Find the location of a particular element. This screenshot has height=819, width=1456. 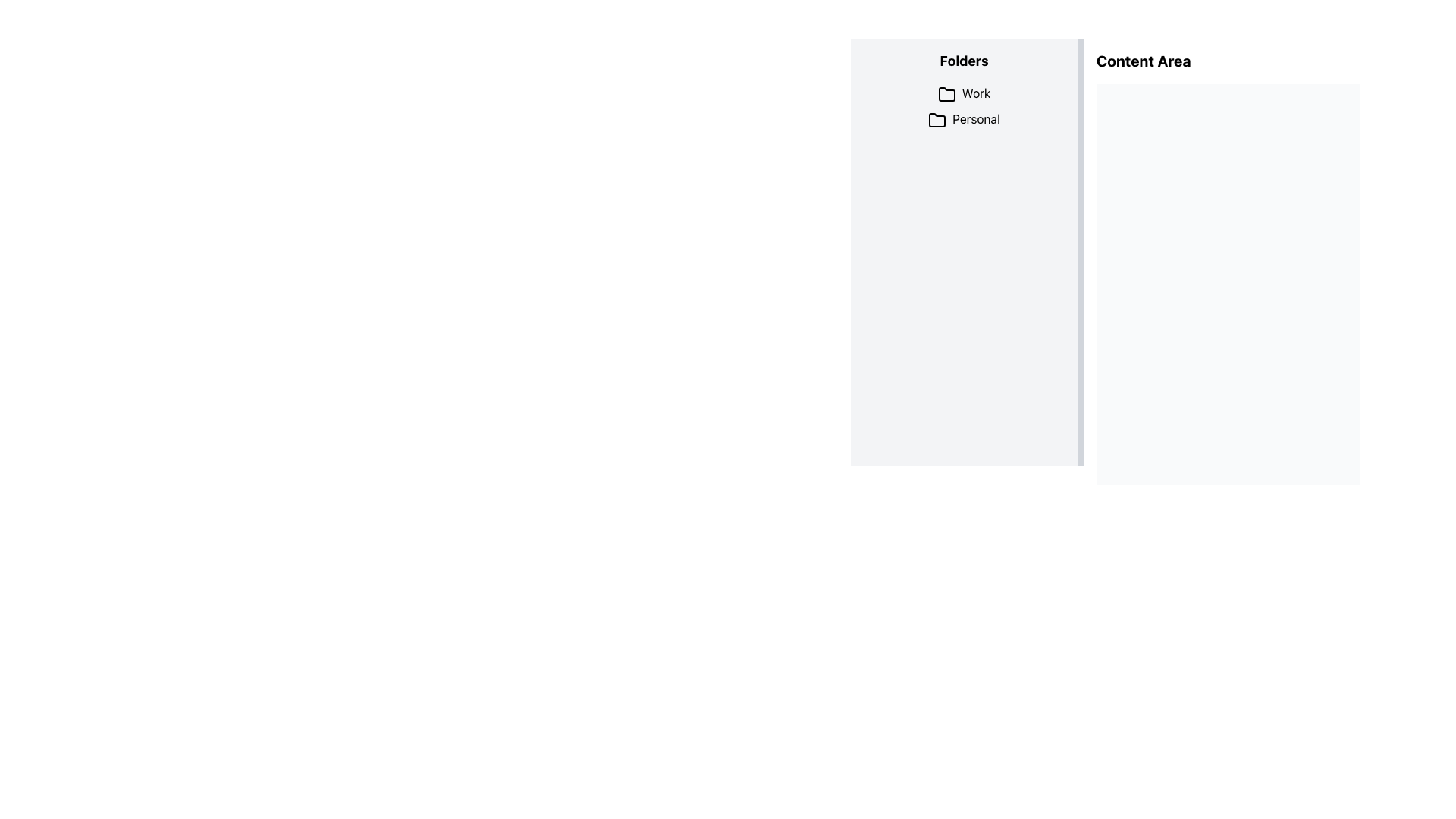

the folder icon representing 'Personal', which is the second icon in the 'Folders' section, positioned beside the text label 'Personal' is located at coordinates (937, 119).